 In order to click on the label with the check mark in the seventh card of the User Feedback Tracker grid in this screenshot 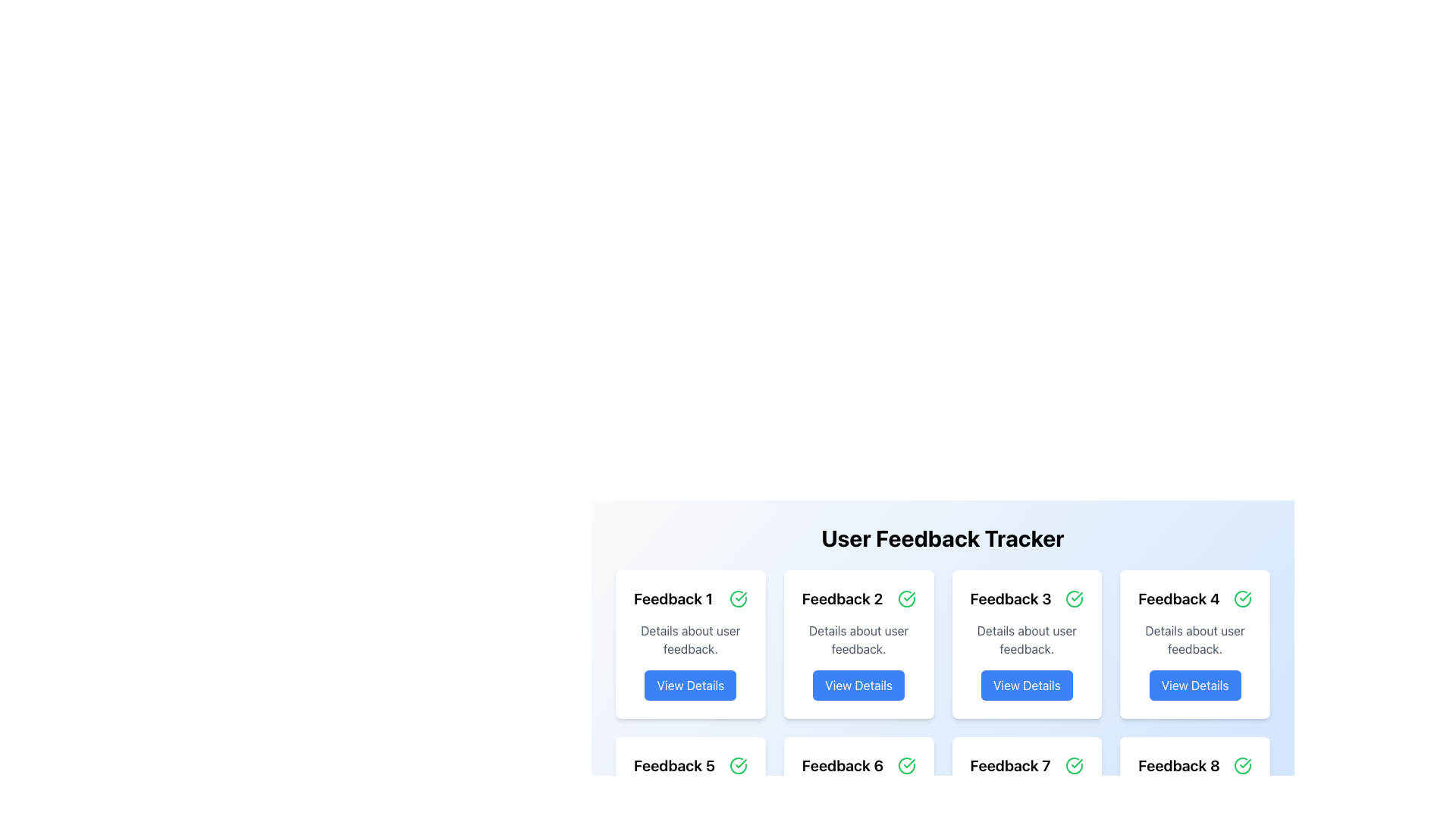, I will do `click(1027, 766)`.